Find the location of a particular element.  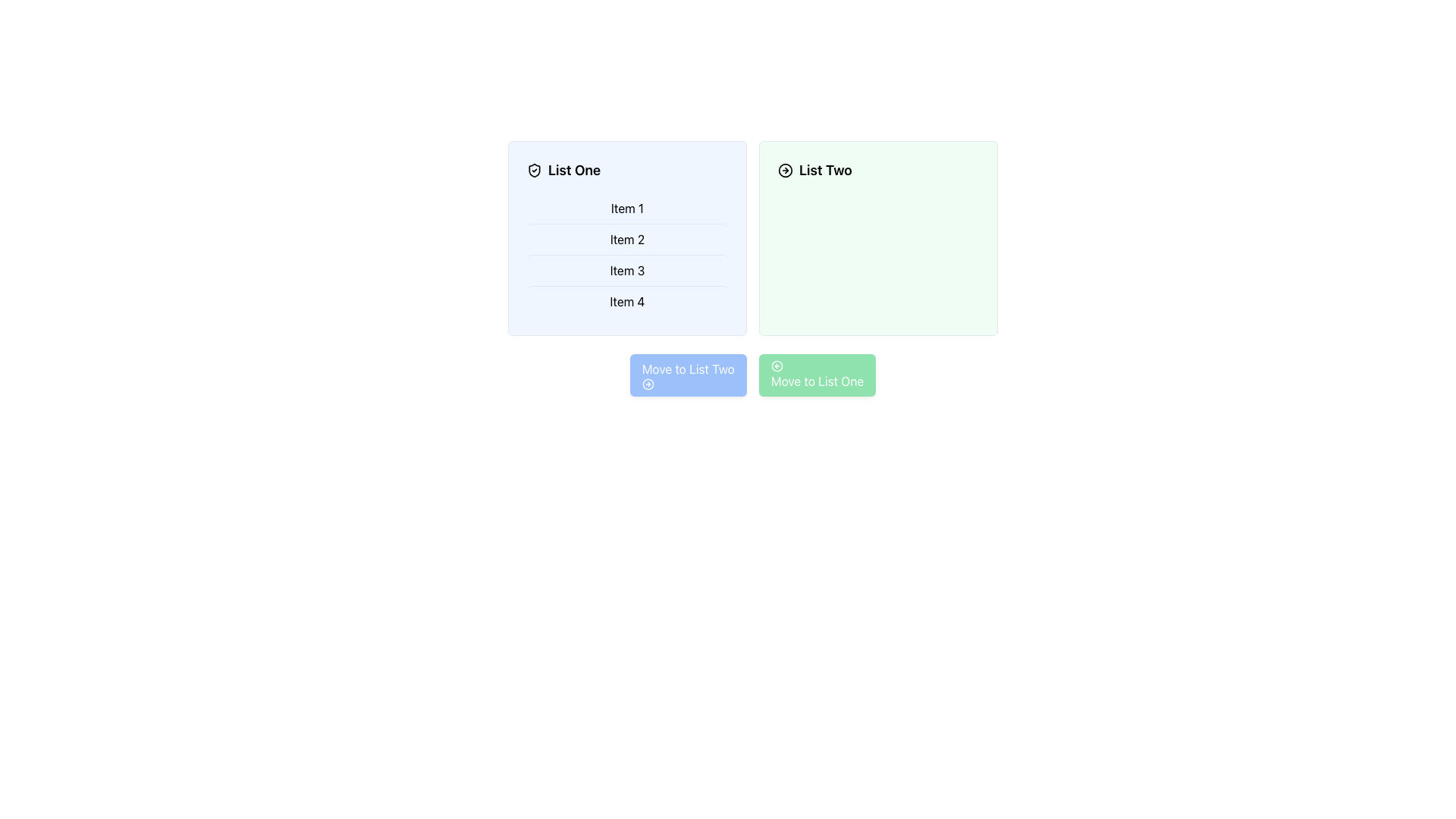

the third item in 'List One', which is labeled 'Item 3' is located at coordinates (627, 269).